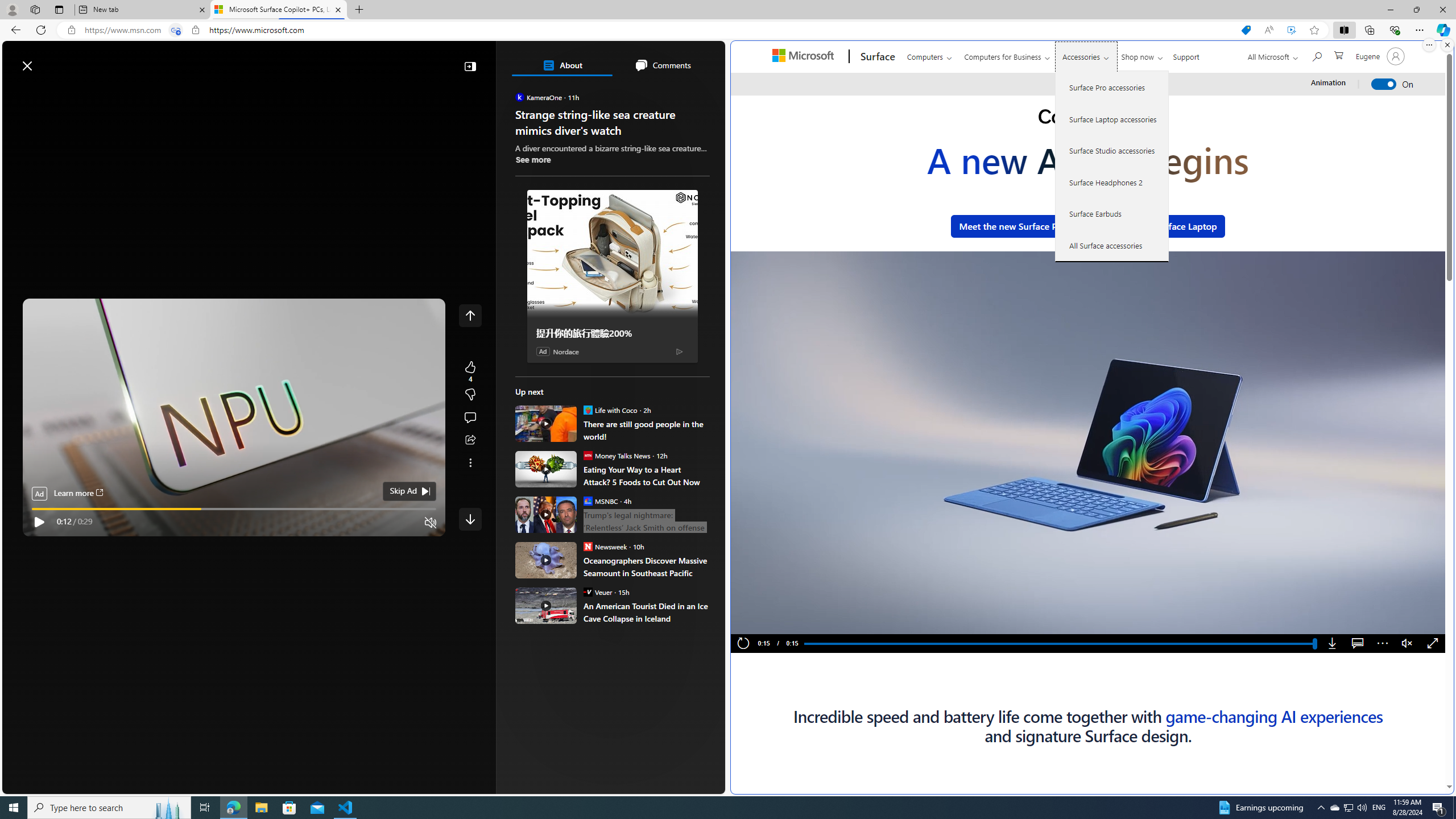 Image resolution: width=1456 pixels, height=819 pixels. What do you see at coordinates (1111, 150) in the screenshot?
I see `'Surface Studio accessories'` at bounding box center [1111, 150].